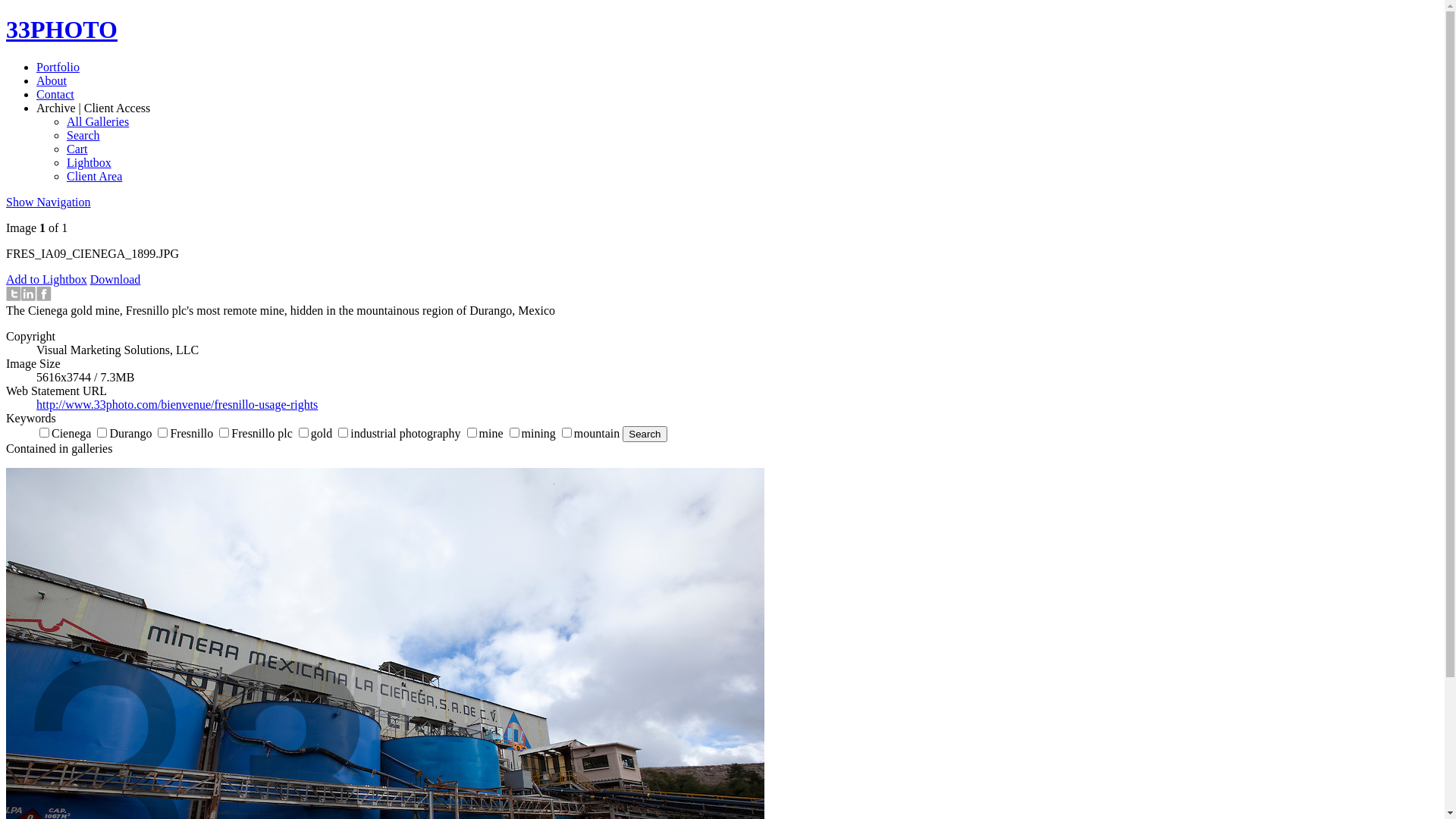 This screenshot has height=819, width=1456. Describe the element at coordinates (89, 279) in the screenshot. I see `'Download'` at that location.